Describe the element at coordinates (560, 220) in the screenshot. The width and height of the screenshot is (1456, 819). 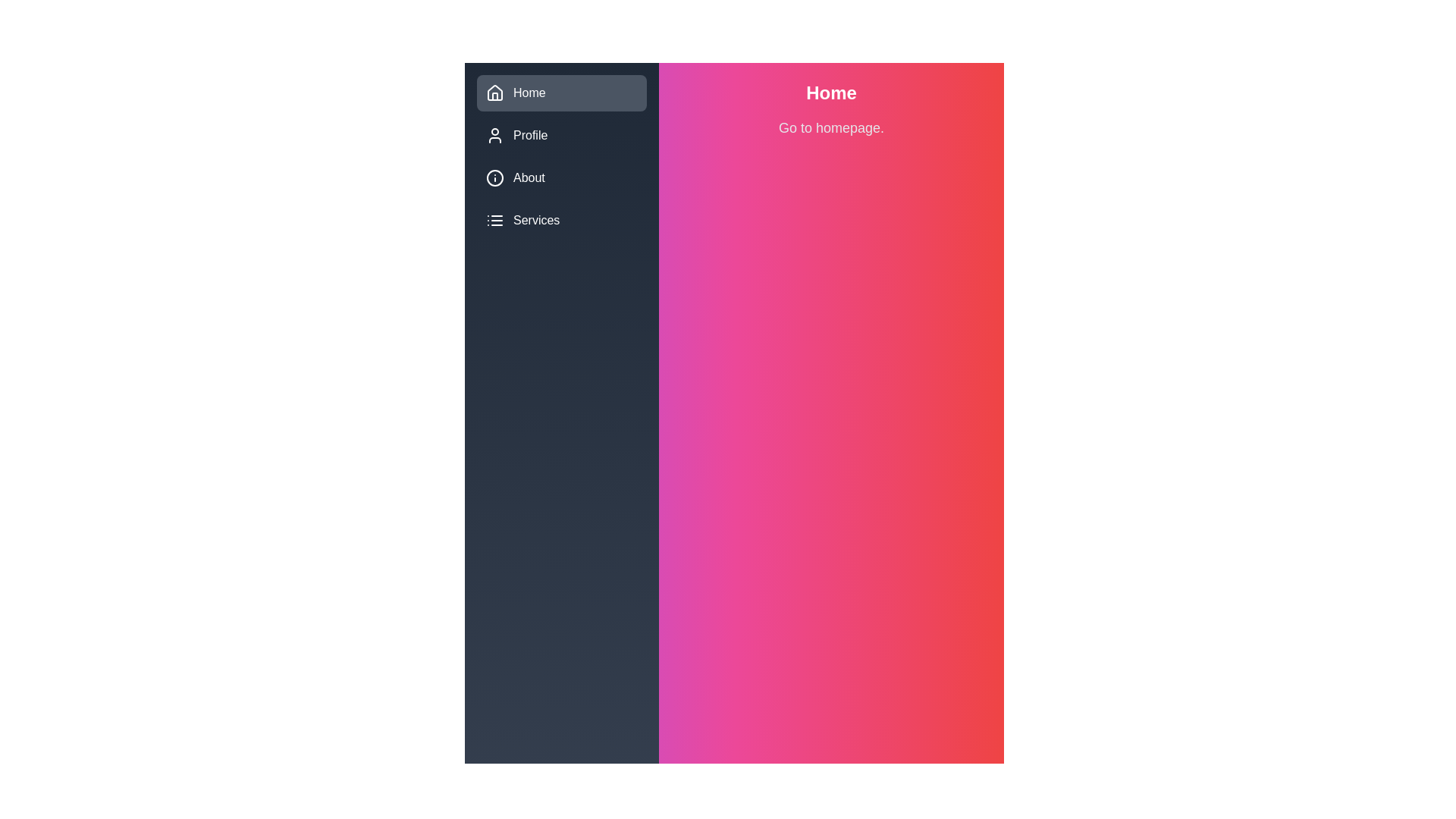
I see `the menu item Services to see its hover effect` at that location.